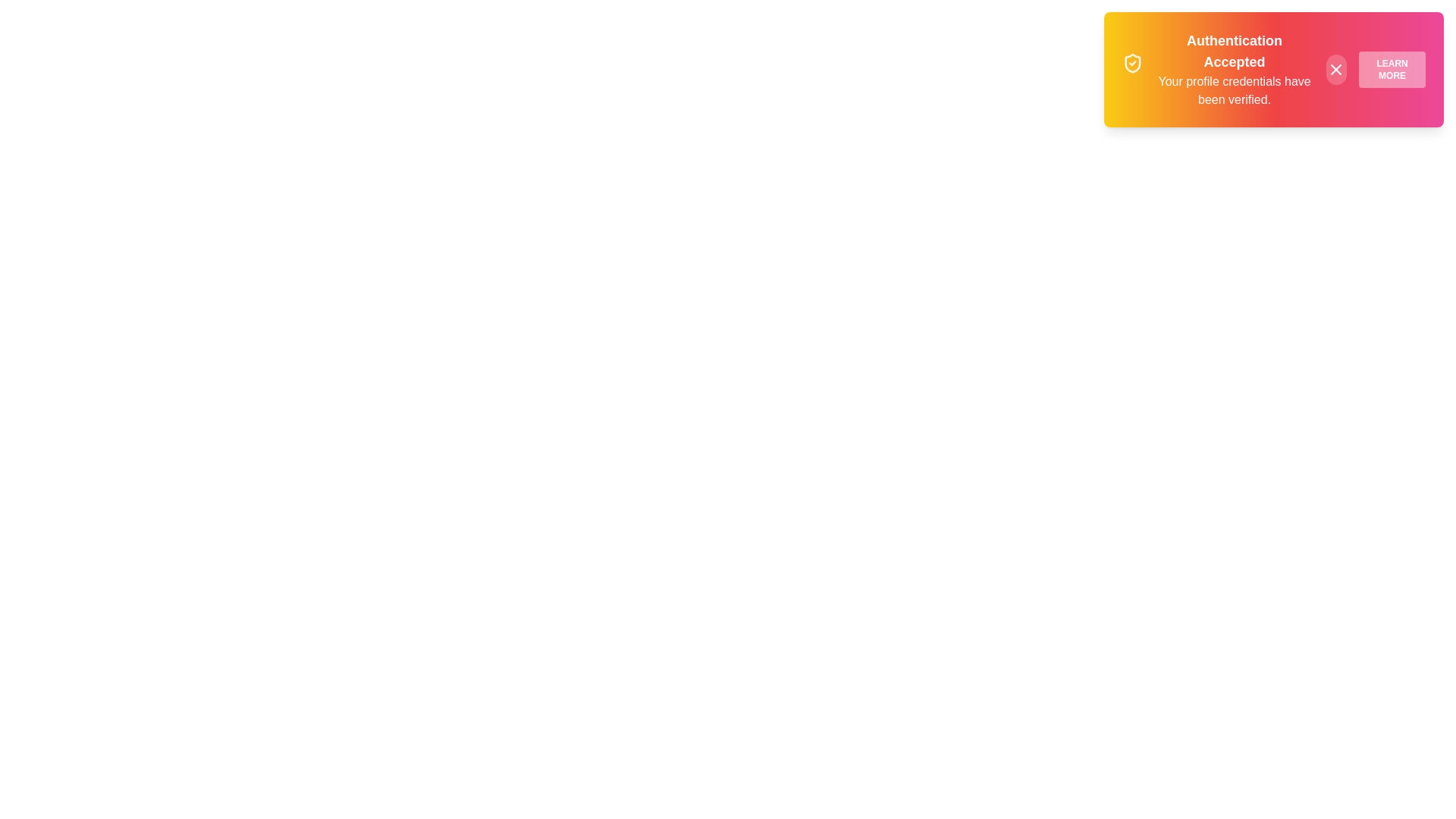  Describe the element at coordinates (1392, 70) in the screenshot. I see `the 'Learn More' button to trigger the alert` at that location.